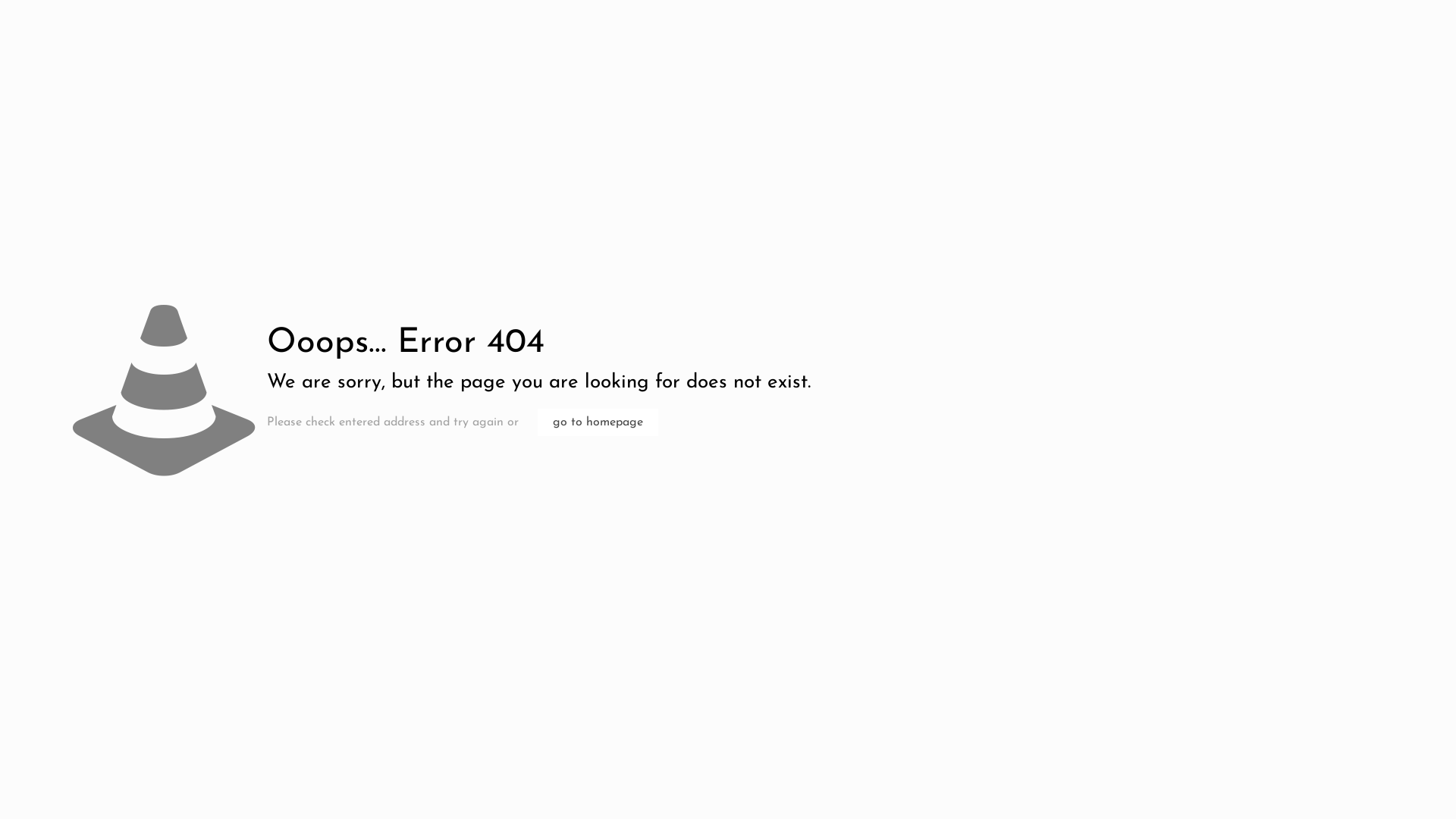 Image resolution: width=1456 pixels, height=819 pixels. I want to click on 'go to homepage', so click(597, 422).